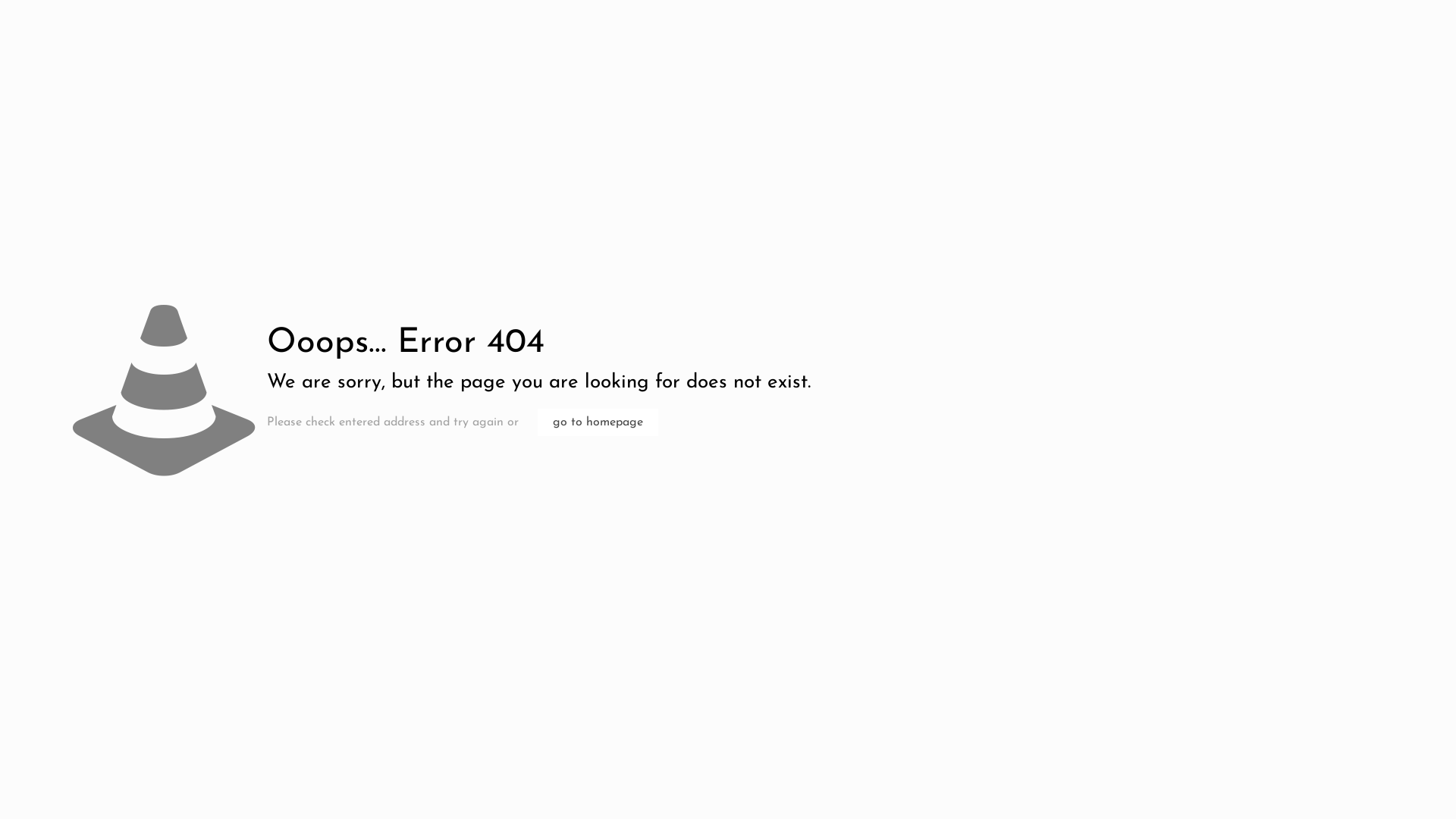 Image resolution: width=1456 pixels, height=819 pixels. I want to click on 'go to homepage', so click(597, 422).